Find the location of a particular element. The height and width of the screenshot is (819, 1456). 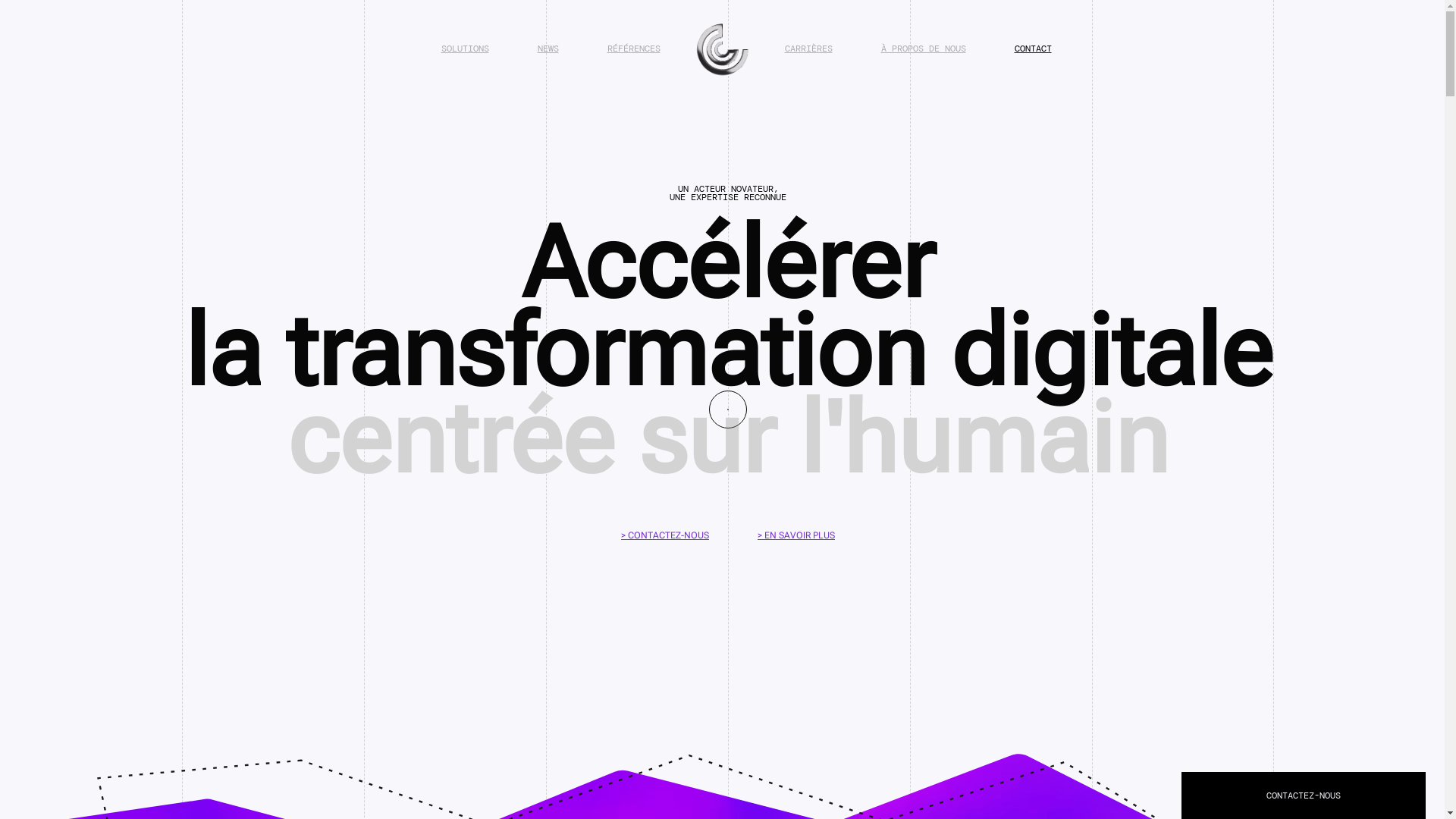

'> CONTACTEZ-NOUS' is located at coordinates (665, 535).